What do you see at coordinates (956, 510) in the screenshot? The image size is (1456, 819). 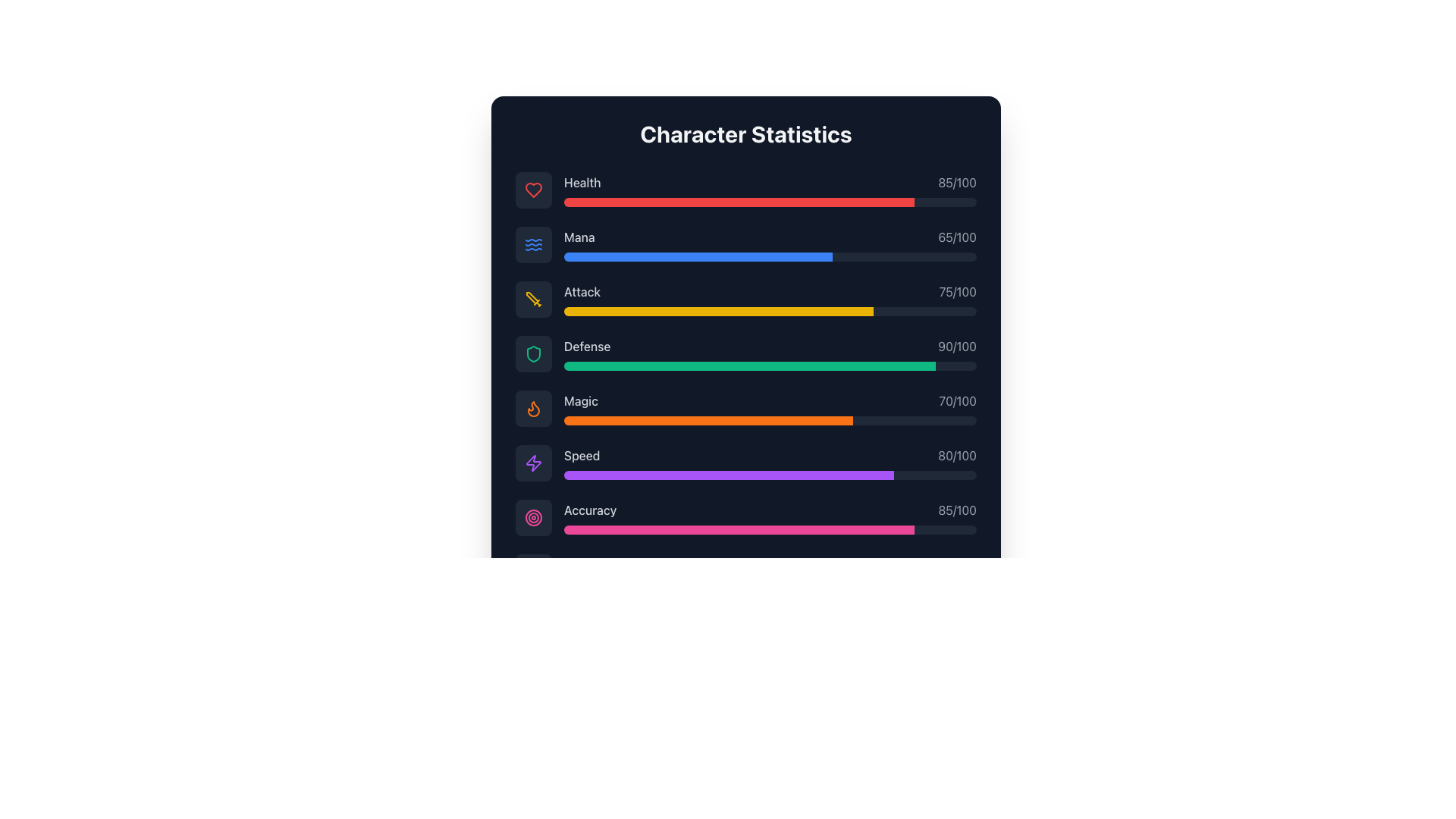 I see `the text field displaying '85/100' in gray font, positioned at the bottom right of the 'Accuracy' row in the character attributes list` at bounding box center [956, 510].